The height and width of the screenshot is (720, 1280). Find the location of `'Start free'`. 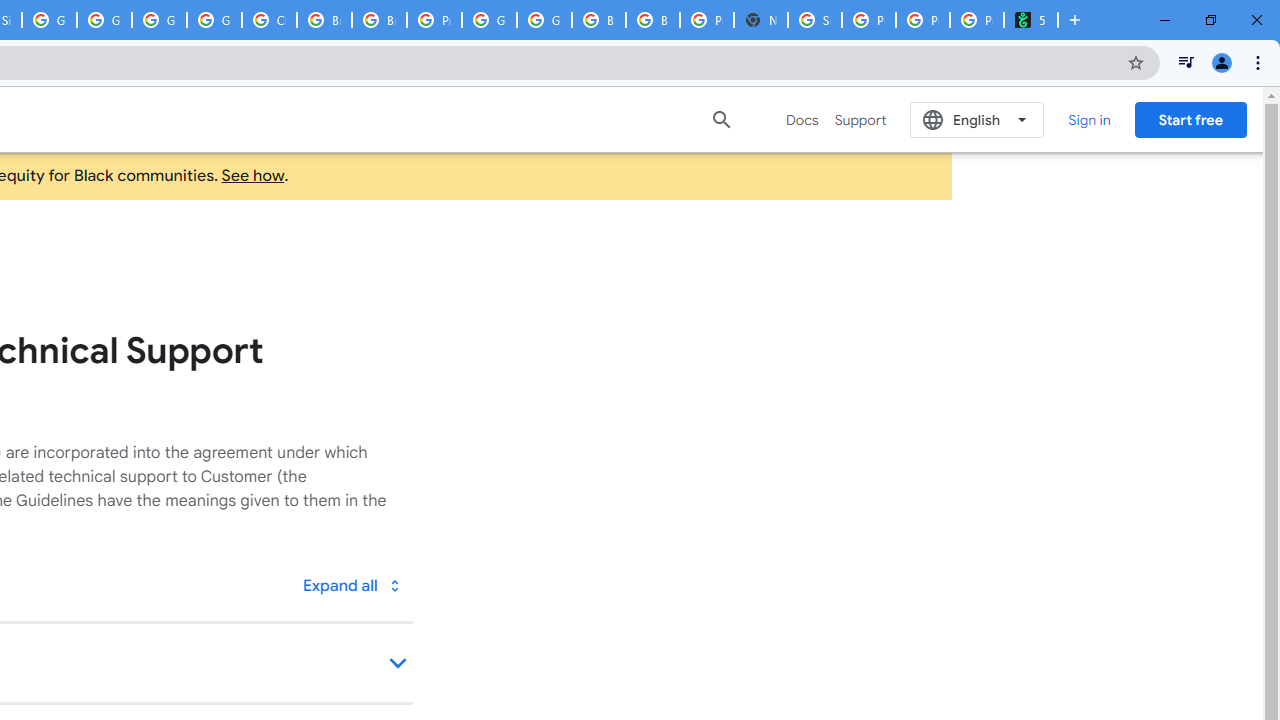

'Start free' is located at coordinates (1190, 119).